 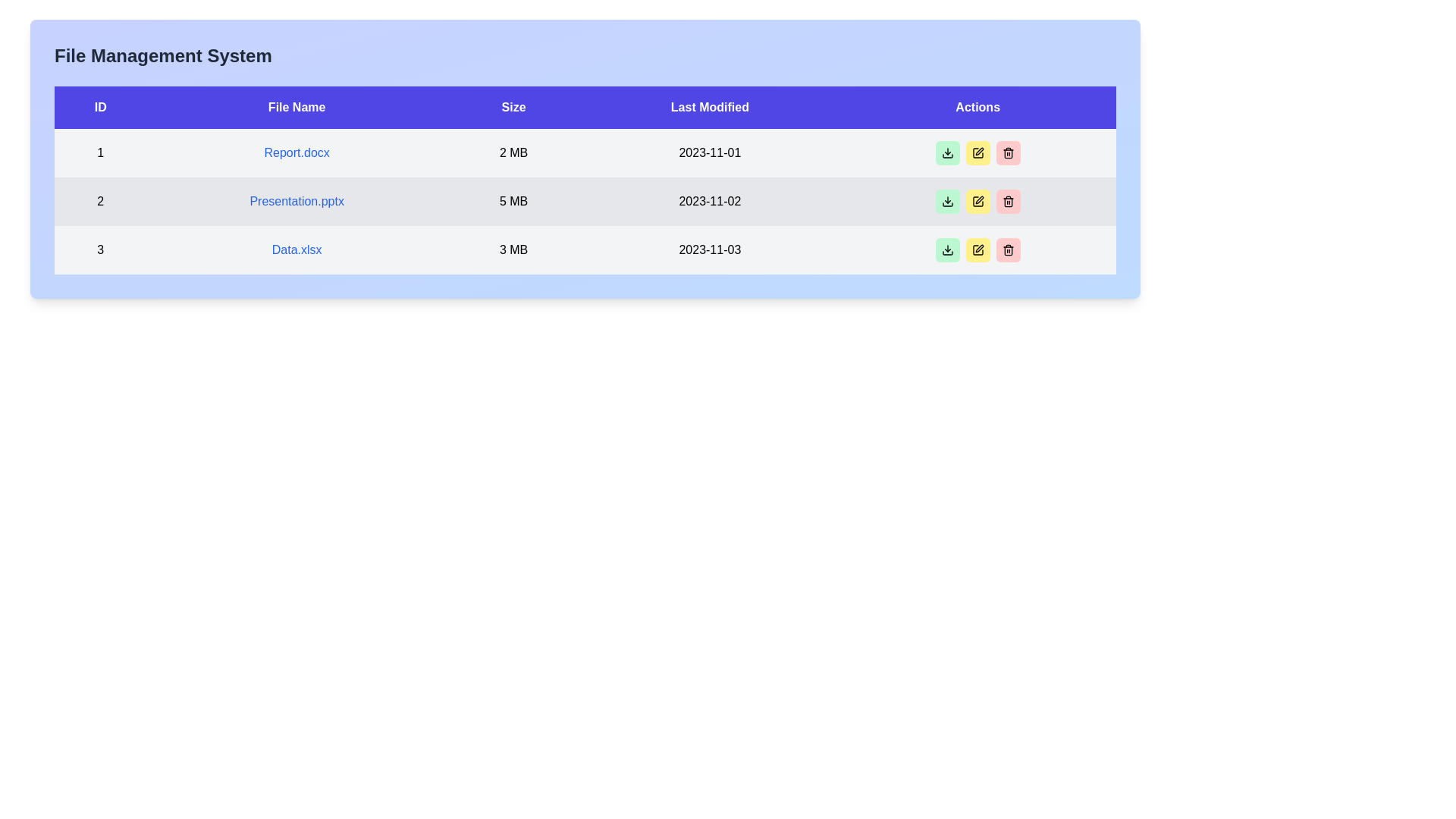 I want to click on the download button with an icon in the 'Actions' column of the first row to download the file 'Report.docx', so click(x=946, y=152).